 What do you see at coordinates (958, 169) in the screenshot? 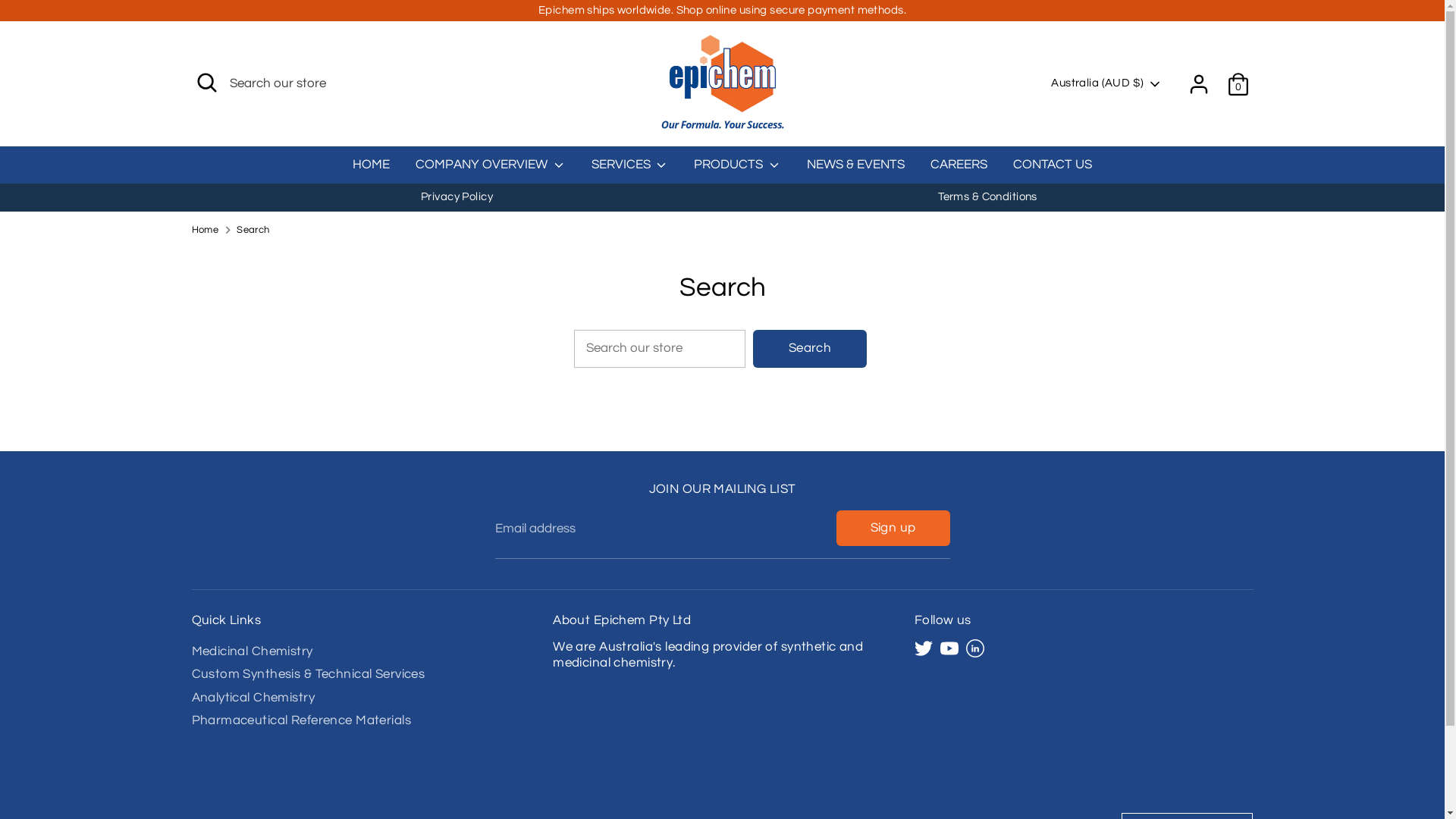
I see `'CAREERS'` at bounding box center [958, 169].